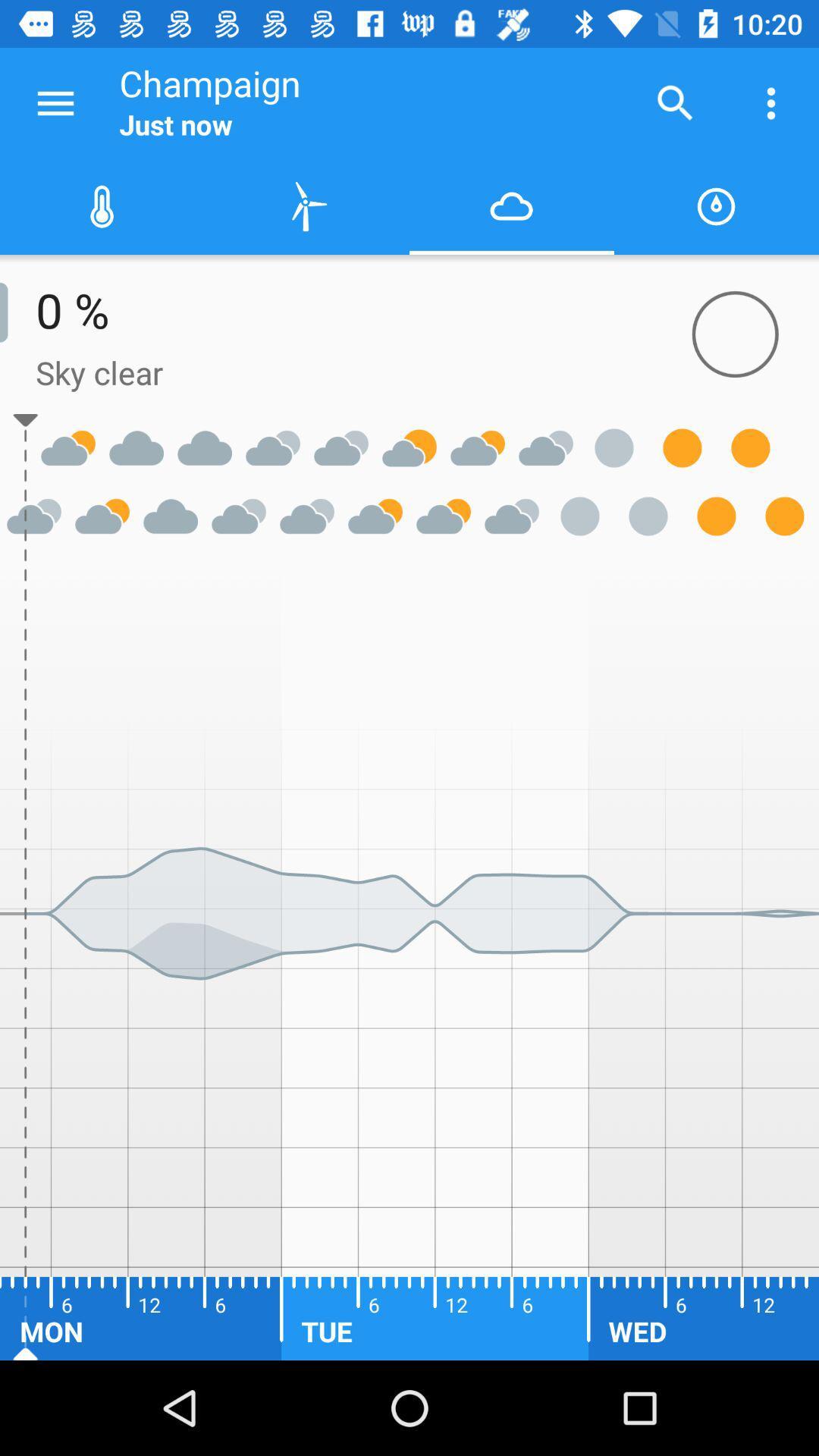 Image resolution: width=819 pixels, height=1456 pixels. Describe the element at coordinates (55, 102) in the screenshot. I see `the icon to the left of champaign item` at that location.